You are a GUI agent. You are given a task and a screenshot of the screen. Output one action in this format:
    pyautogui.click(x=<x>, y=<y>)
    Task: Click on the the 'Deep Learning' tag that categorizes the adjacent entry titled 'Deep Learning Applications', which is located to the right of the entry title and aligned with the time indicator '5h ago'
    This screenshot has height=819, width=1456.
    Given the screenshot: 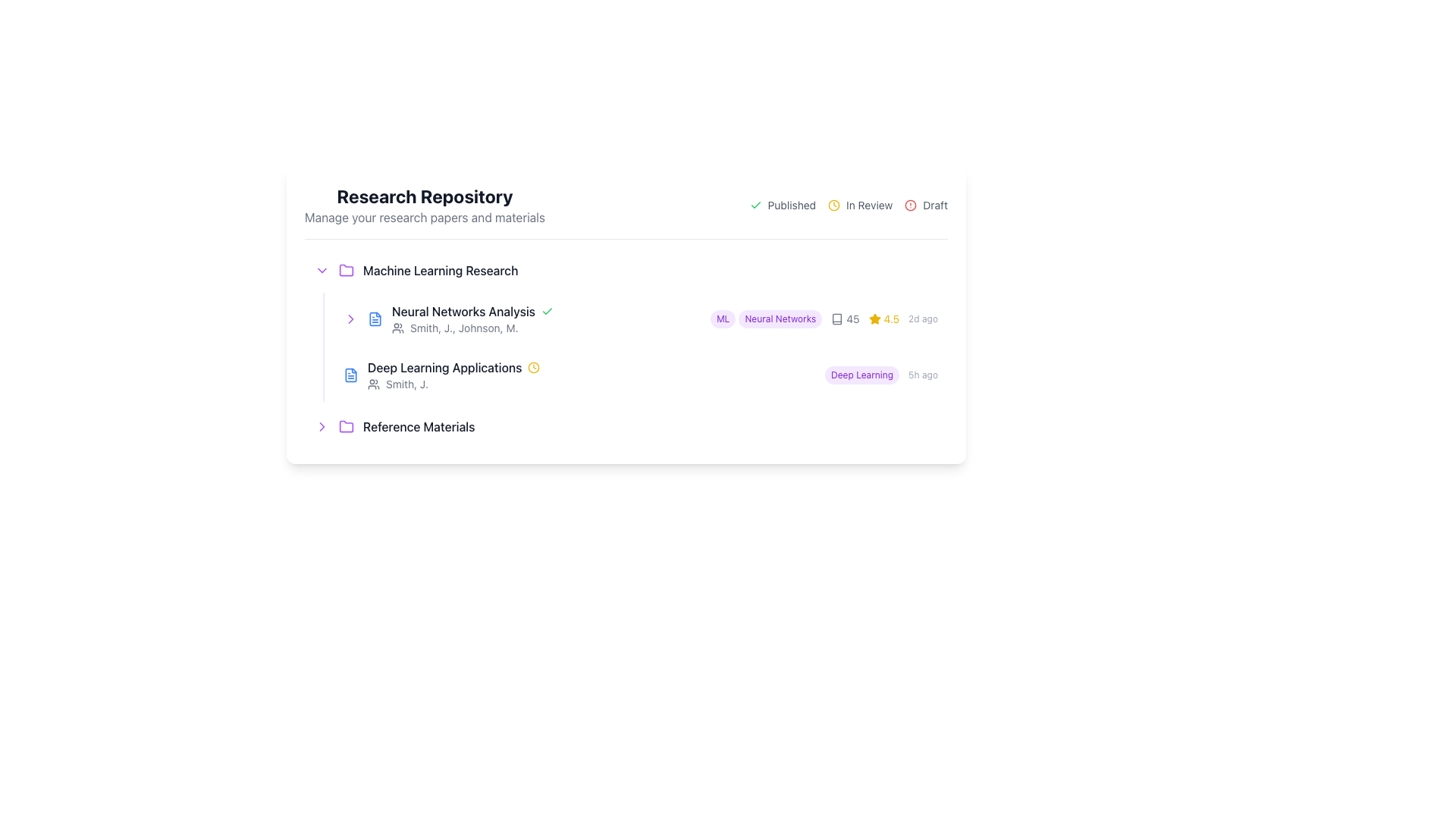 What is the action you would take?
    pyautogui.click(x=862, y=375)
    